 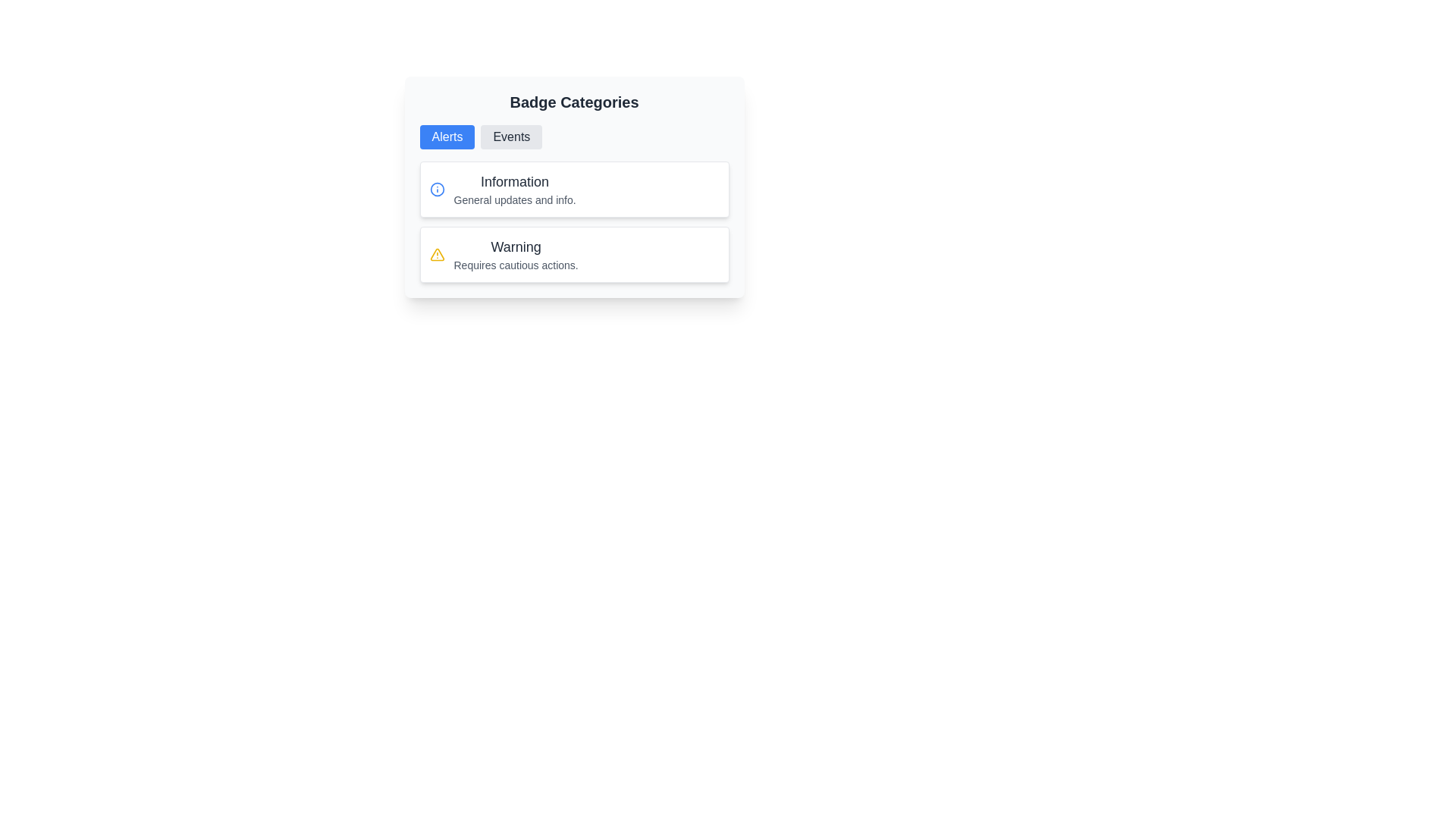 I want to click on the inactive 'Events' button with a gray background and rounded corners, located to the right of the 'Alerts' button in the Badge Categories card, so click(x=511, y=137).